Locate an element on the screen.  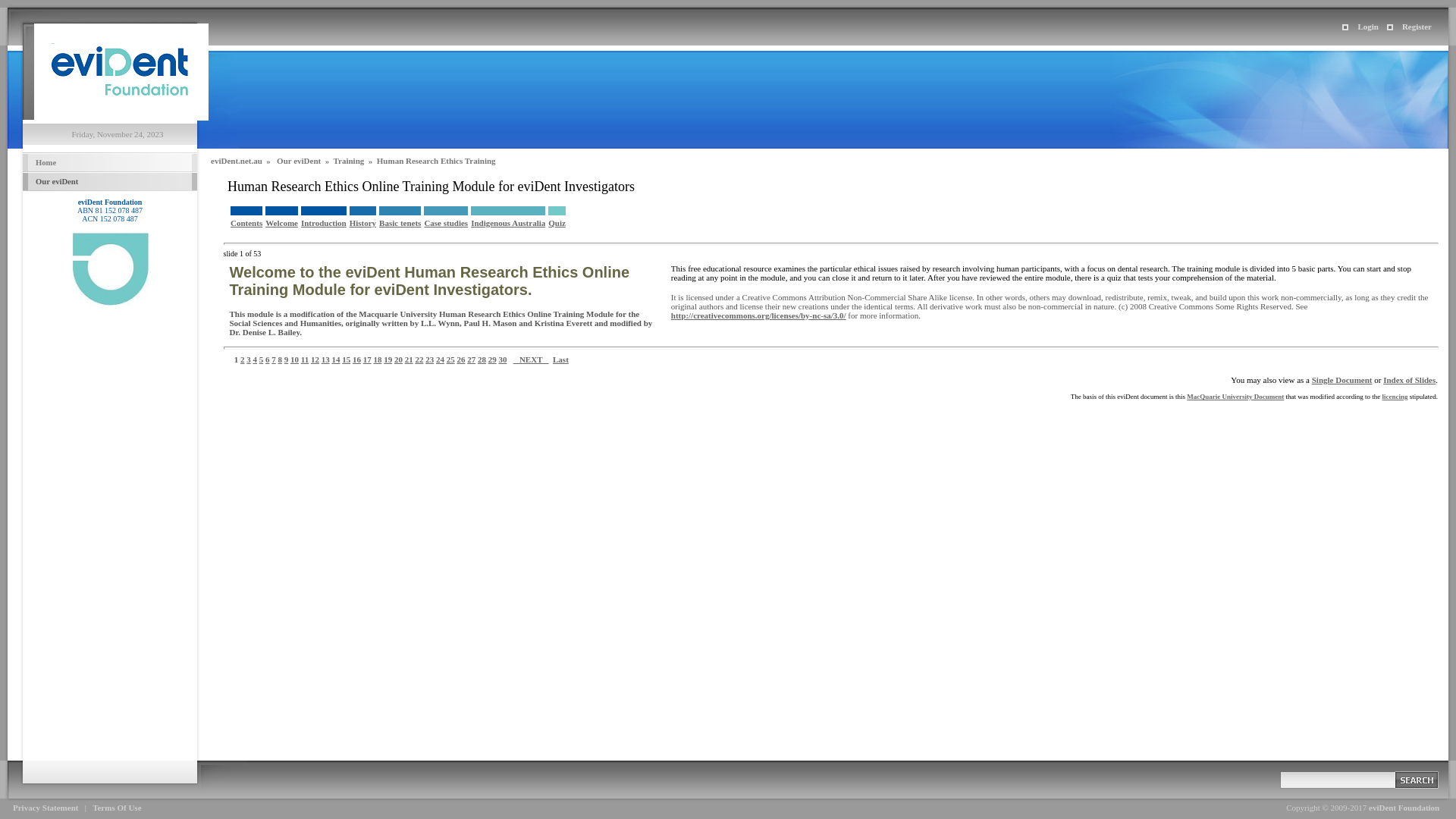
'Human Research Ethics Training' is located at coordinates (435, 161).